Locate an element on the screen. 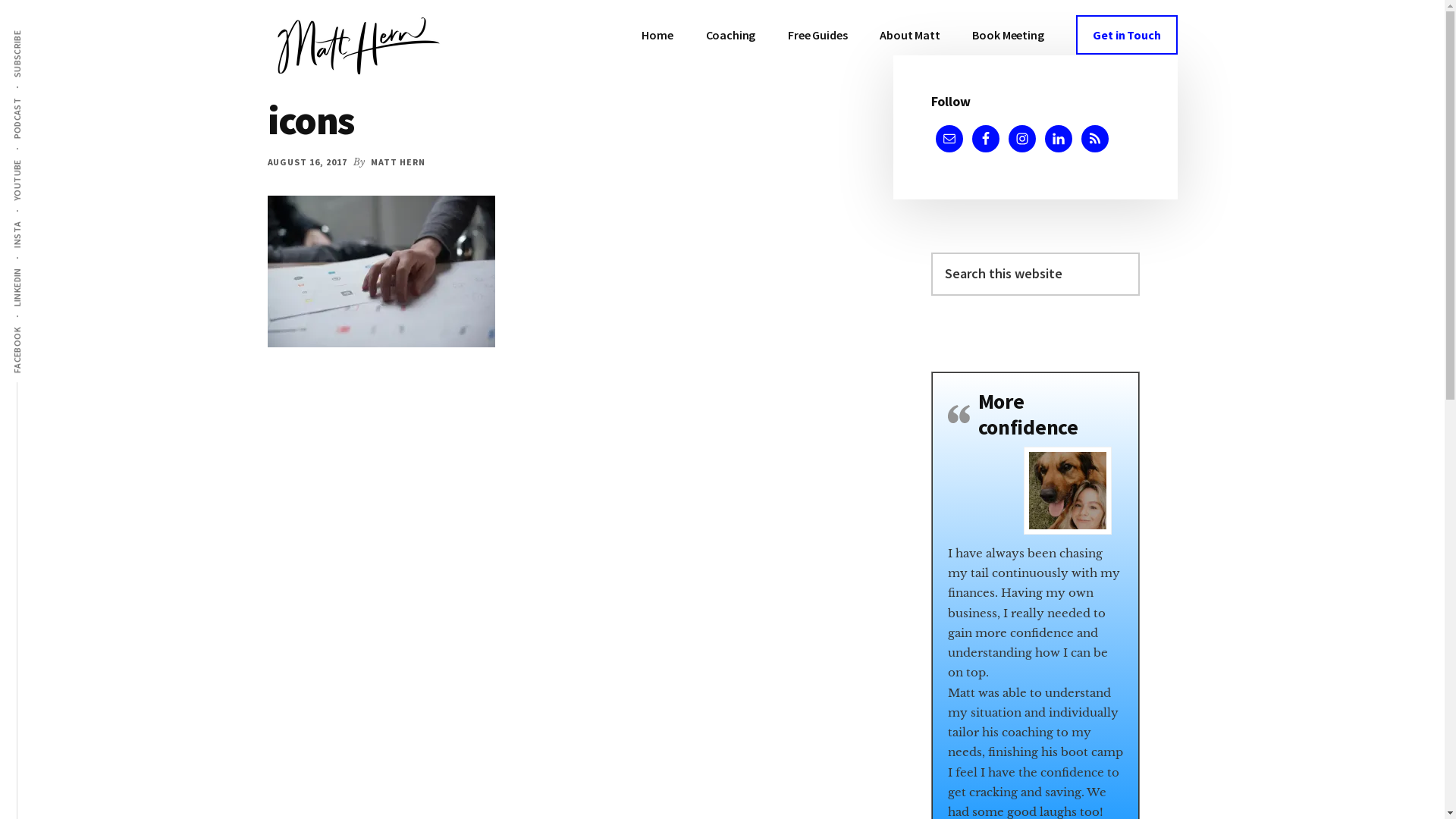 The height and width of the screenshot is (819, 1456). 'LINKEDIN' is located at coordinates (37, 266).